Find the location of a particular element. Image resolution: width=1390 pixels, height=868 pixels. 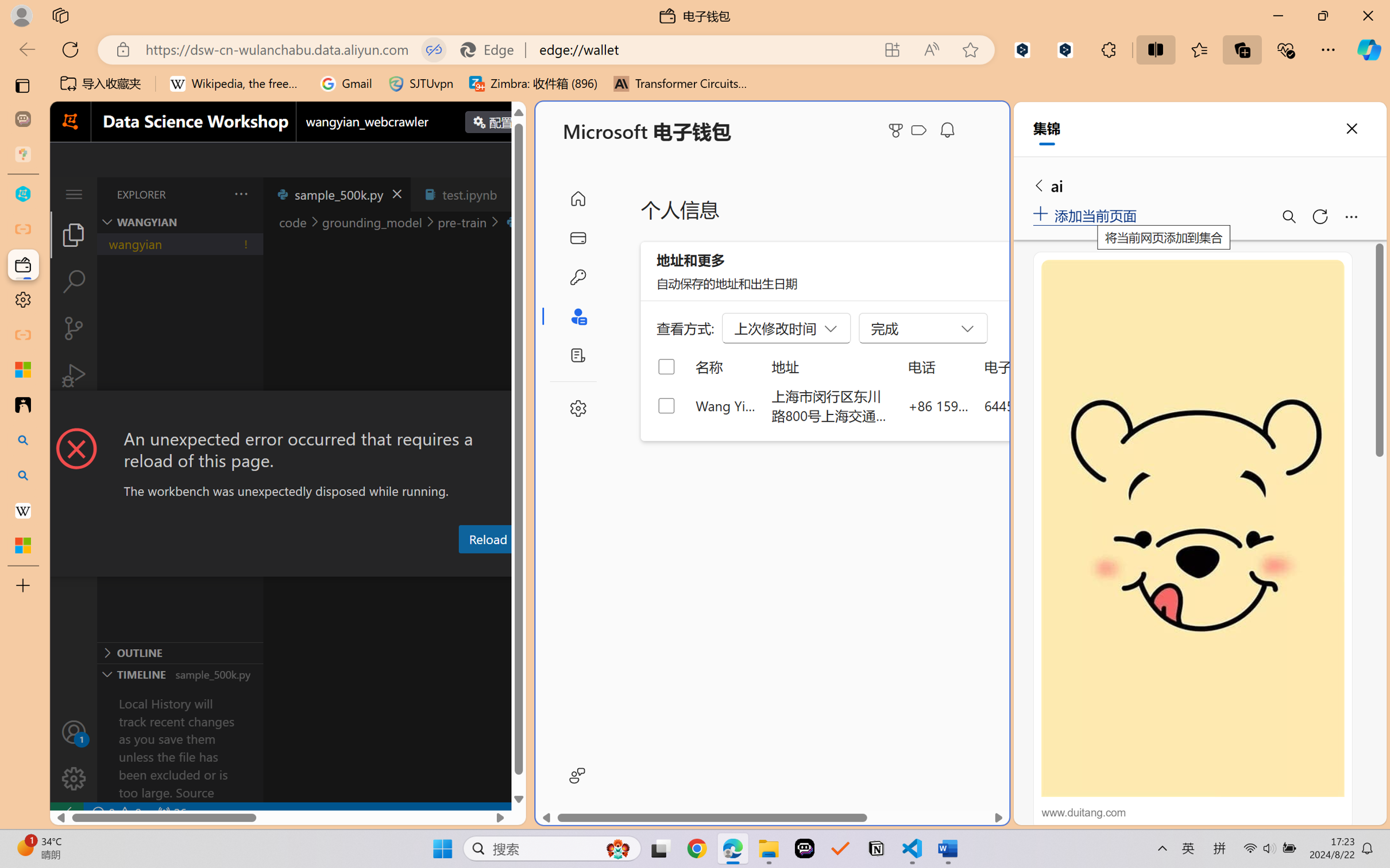

'Source Control (Ctrl+Shift+G)' is located at coordinates (73, 328).